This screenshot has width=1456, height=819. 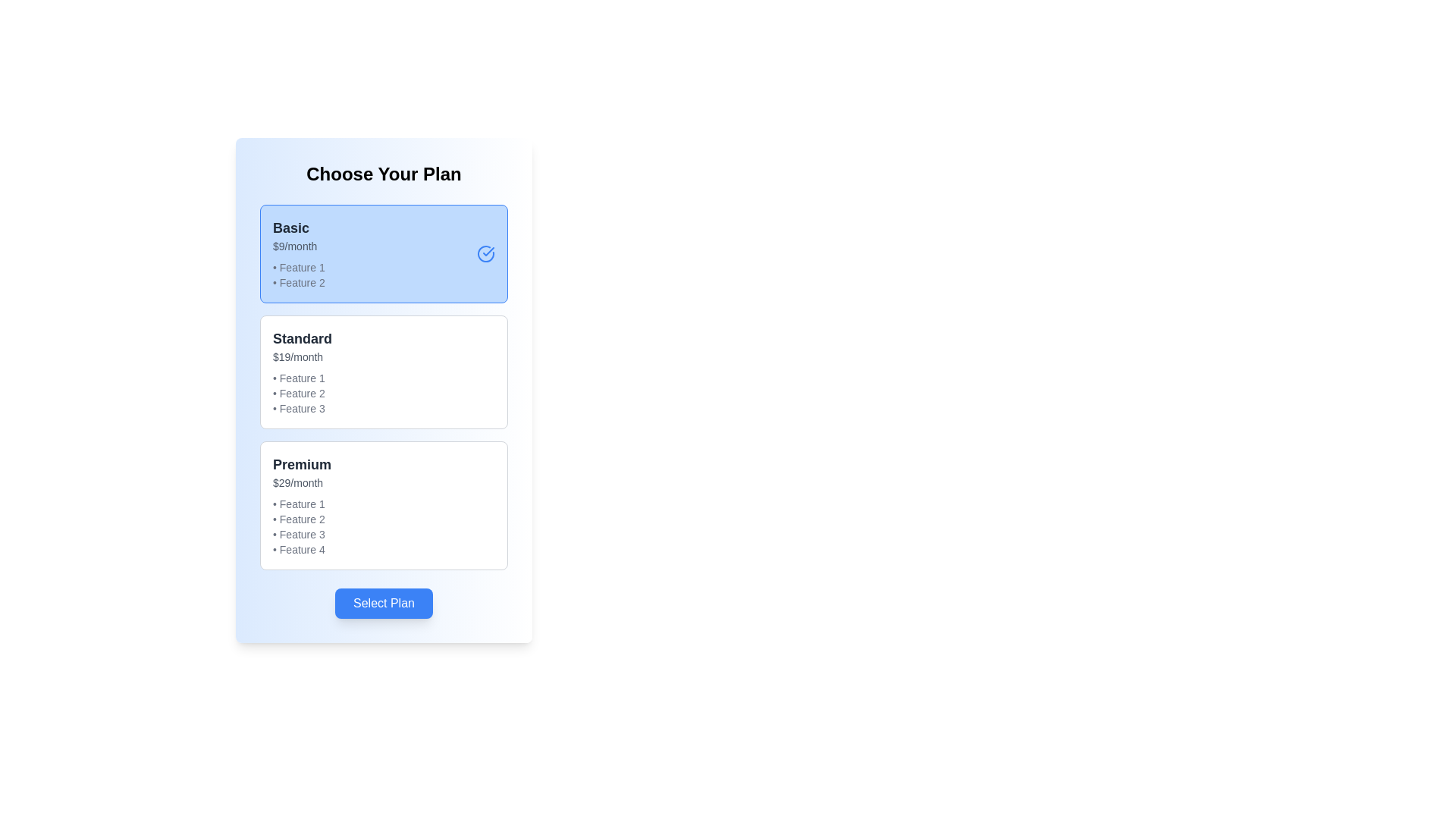 What do you see at coordinates (384, 372) in the screenshot?
I see `the 'Standard' pricing plan card, which is a rectangular card with a white background and light gray border, located centrally in the pricing section below the 'Basic' card and above the 'Premium' card` at bounding box center [384, 372].